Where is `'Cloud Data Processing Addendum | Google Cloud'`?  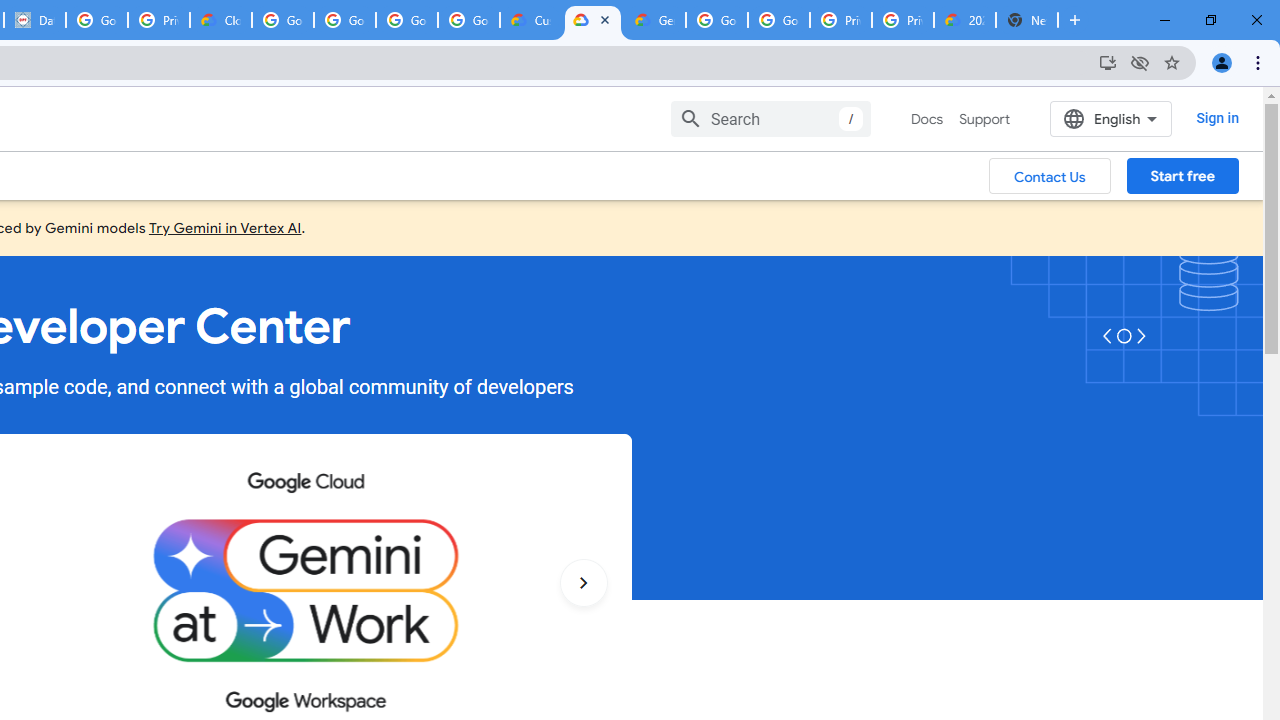 'Cloud Data Processing Addendum | Google Cloud' is located at coordinates (220, 20).